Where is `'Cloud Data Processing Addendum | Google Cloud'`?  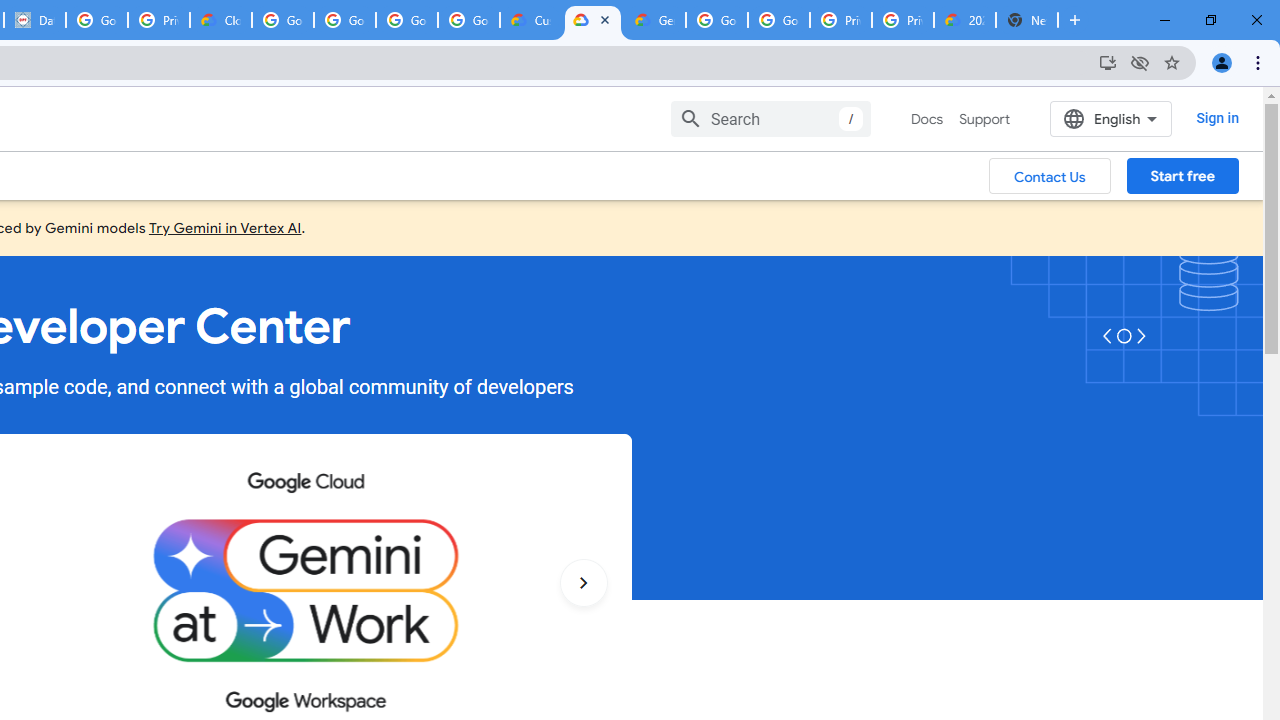 'Cloud Data Processing Addendum | Google Cloud' is located at coordinates (220, 20).